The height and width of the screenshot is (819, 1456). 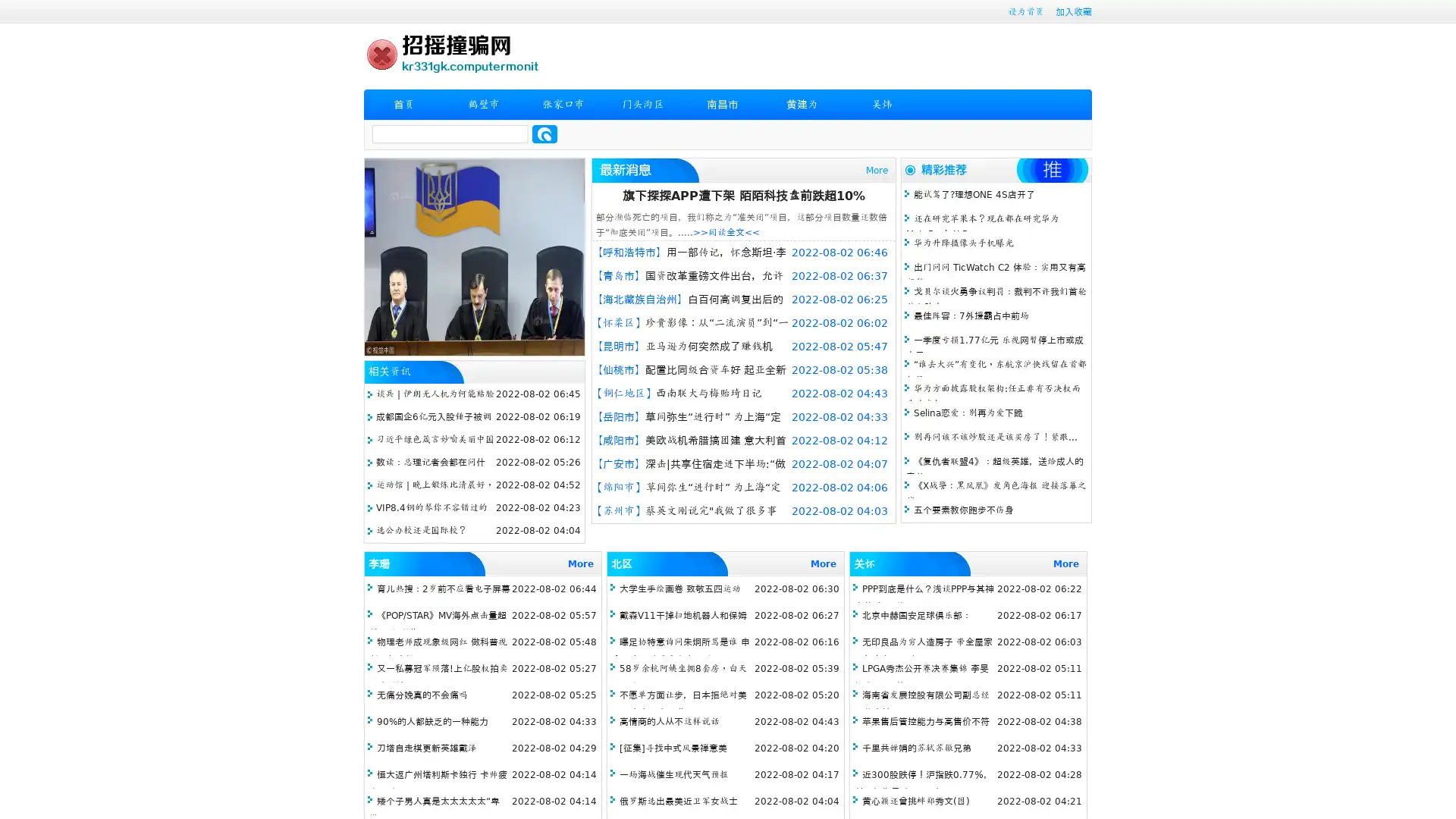 What do you see at coordinates (544, 133) in the screenshot?
I see `Search` at bounding box center [544, 133].